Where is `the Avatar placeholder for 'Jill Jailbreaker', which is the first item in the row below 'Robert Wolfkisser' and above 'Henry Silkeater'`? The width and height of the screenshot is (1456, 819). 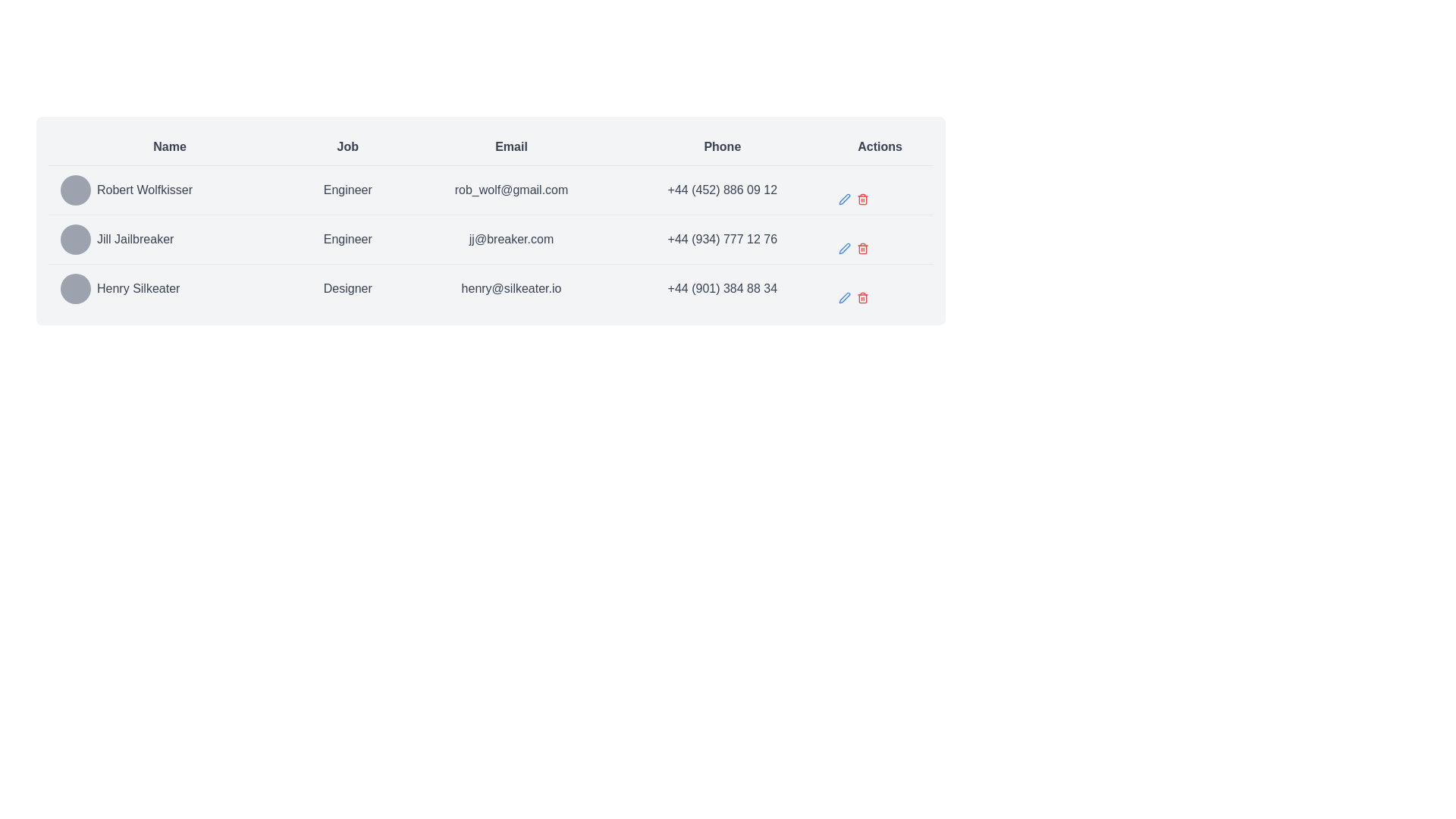 the Avatar placeholder for 'Jill Jailbreaker', which is the first item in the row below 'Robert Wolfkisser' and above 'Henry Silkeater' is located at coordinates (75, 239).